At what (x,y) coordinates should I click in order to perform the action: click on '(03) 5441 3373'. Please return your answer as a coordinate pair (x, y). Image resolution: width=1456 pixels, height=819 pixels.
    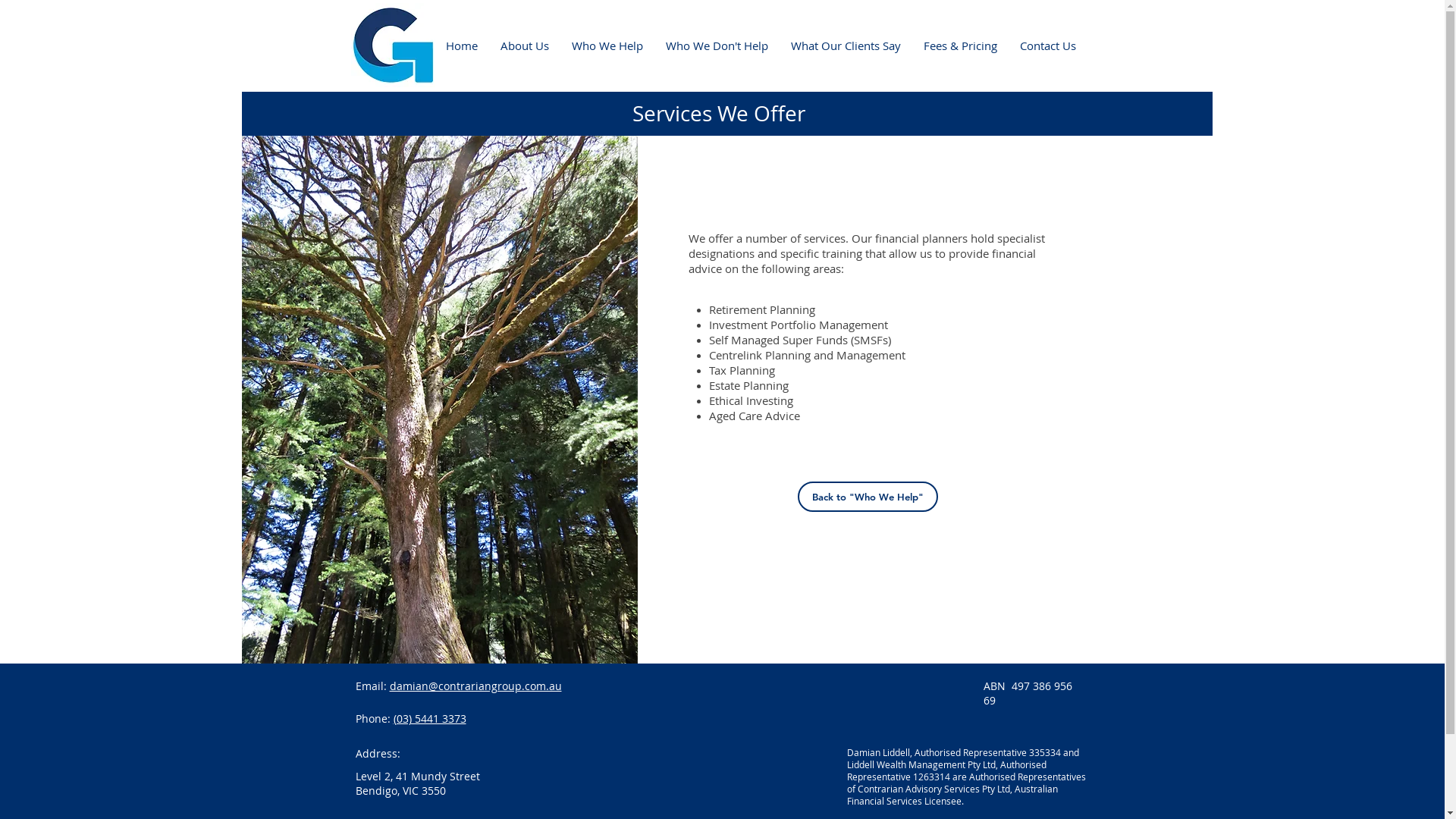
    Looking at the image, I should click on (428, 717).